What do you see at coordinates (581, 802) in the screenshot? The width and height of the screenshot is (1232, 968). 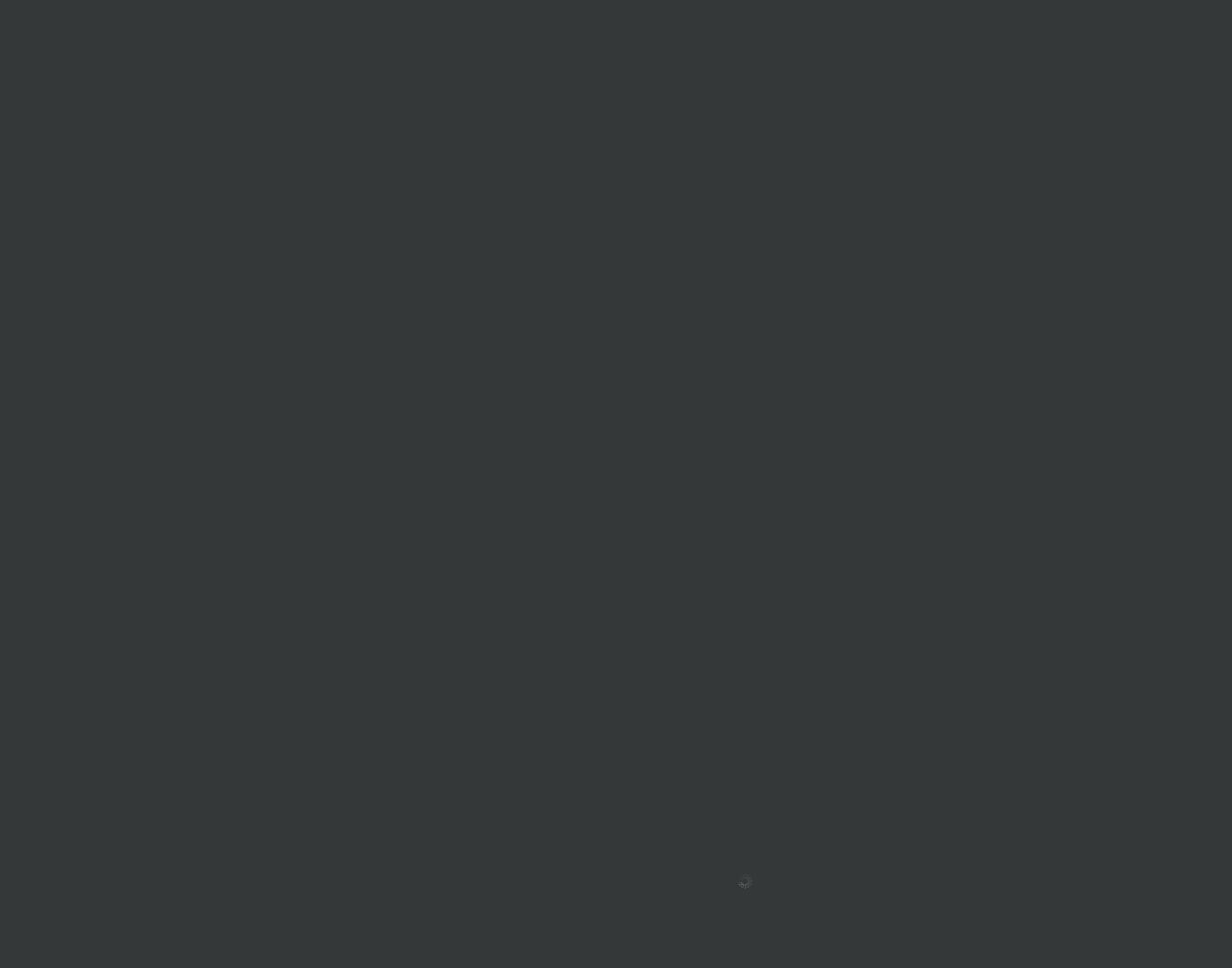 I see `'4 Comments'` at bounding box center [581, 802].